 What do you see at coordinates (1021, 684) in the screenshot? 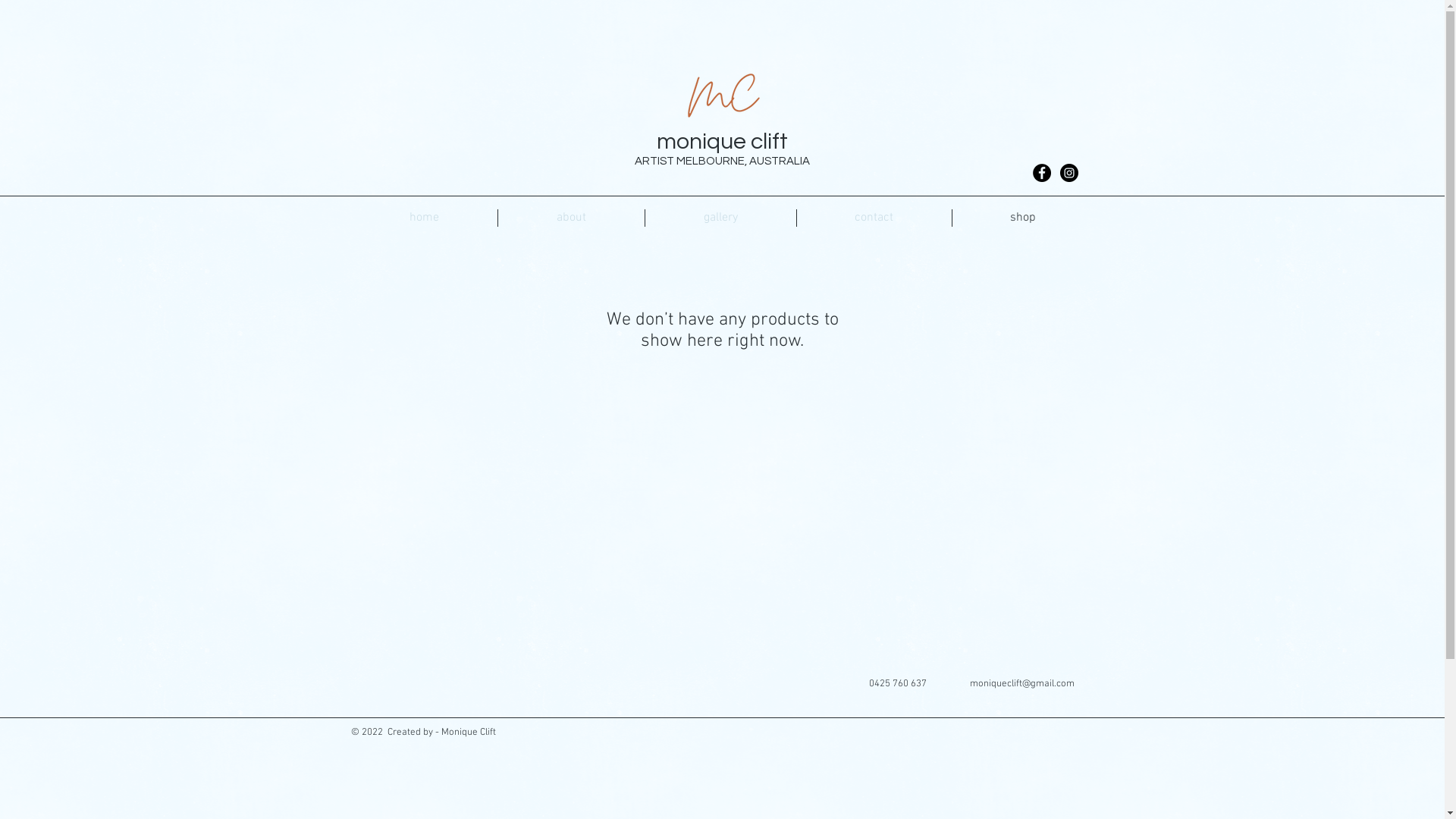
I see `'moniqueclift@gmail.com'` at bounding box center [1021, 684].